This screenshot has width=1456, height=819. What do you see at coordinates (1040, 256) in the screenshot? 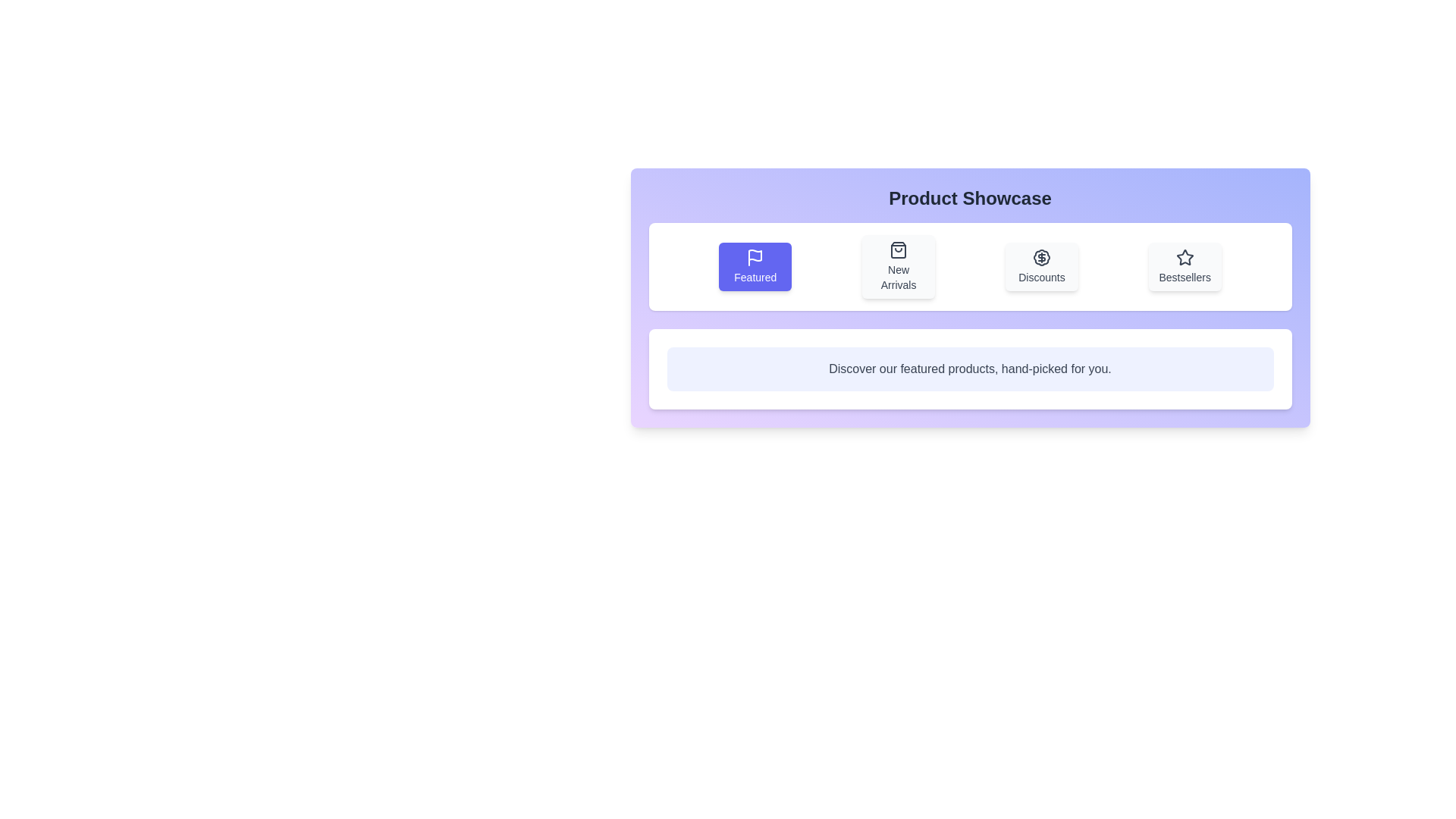
I see `the third circular badge icon with a dollar sign, which is part of the group of icons displayed below the 'Product Showcase' heading` at bounding box center [1040, 256].